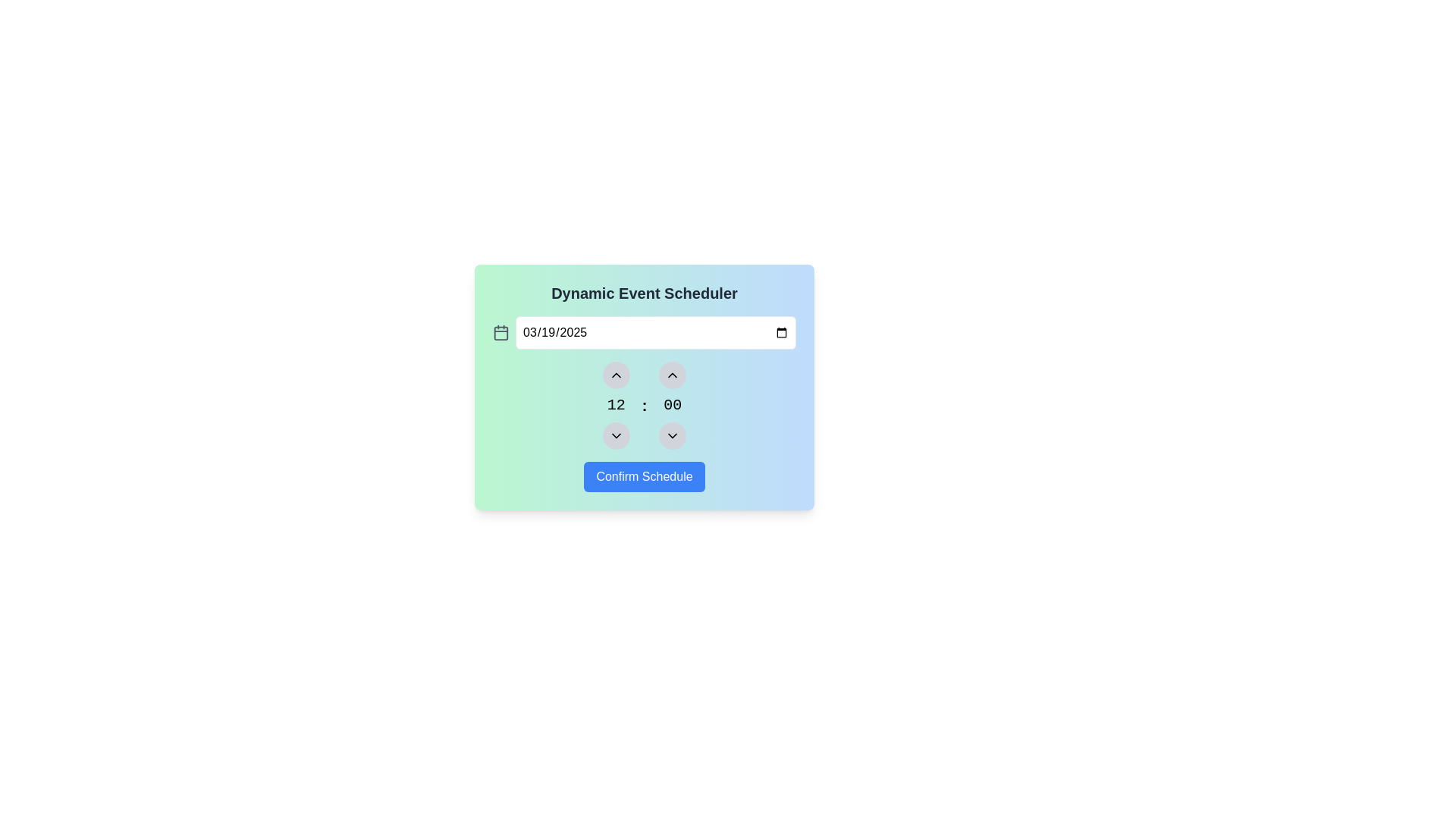 Image resolution: width=1456 pixels, height=819 pixels. I want to click on the bold character ':' located between the numeric values '12' and '00' in the time selector layout, so click(644, 405).